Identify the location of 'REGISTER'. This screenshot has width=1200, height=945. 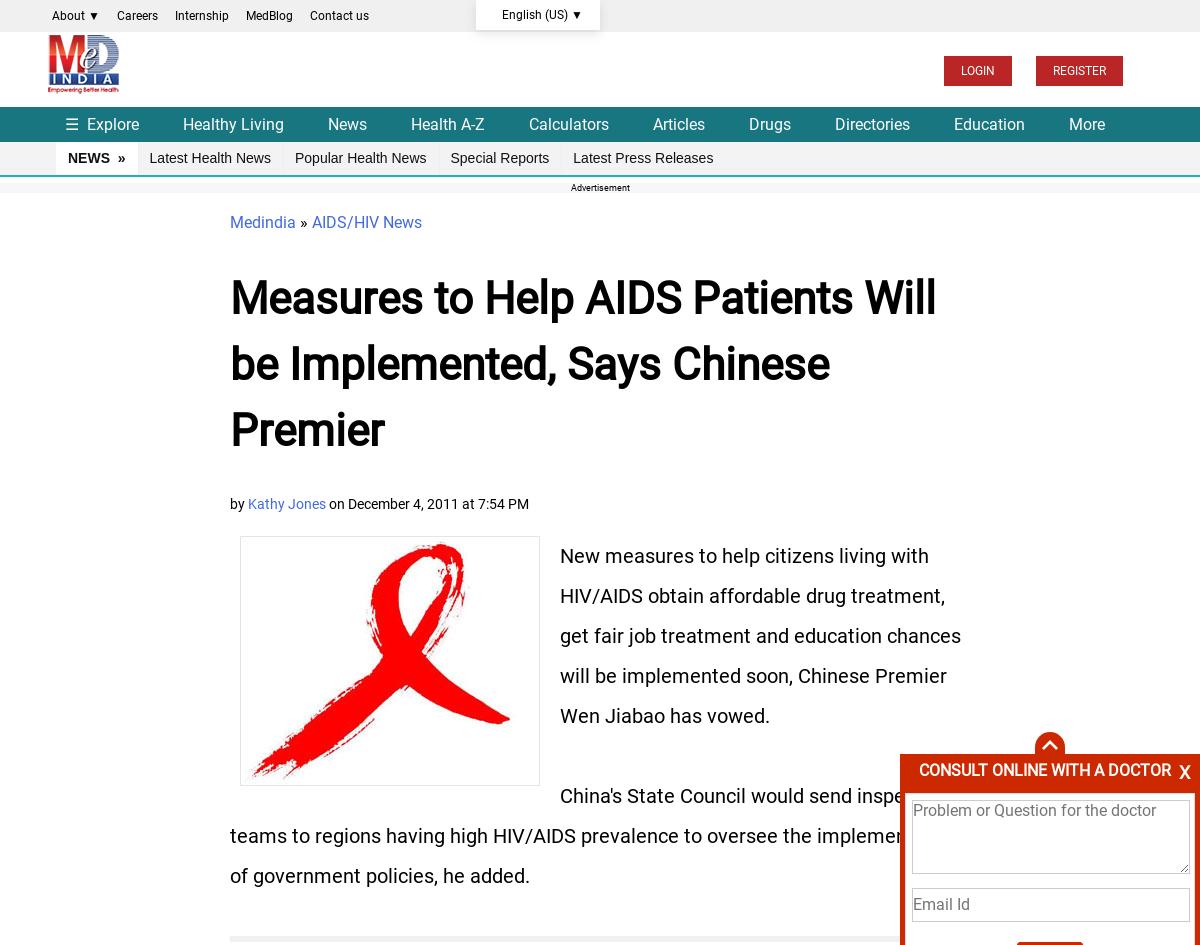
(1051, 69).